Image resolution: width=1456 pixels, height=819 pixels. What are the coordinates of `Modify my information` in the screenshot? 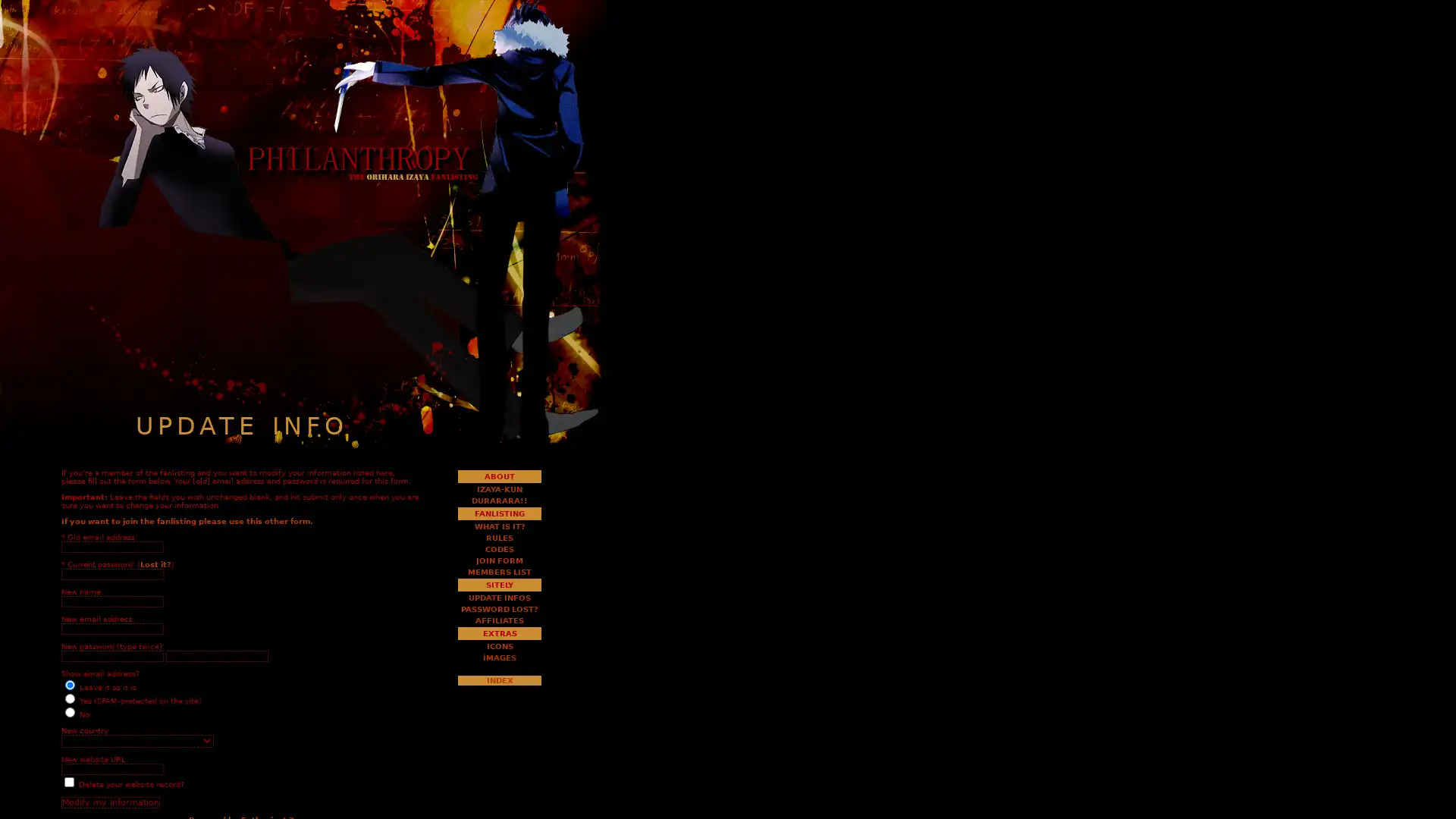 It's located at (109, 802).